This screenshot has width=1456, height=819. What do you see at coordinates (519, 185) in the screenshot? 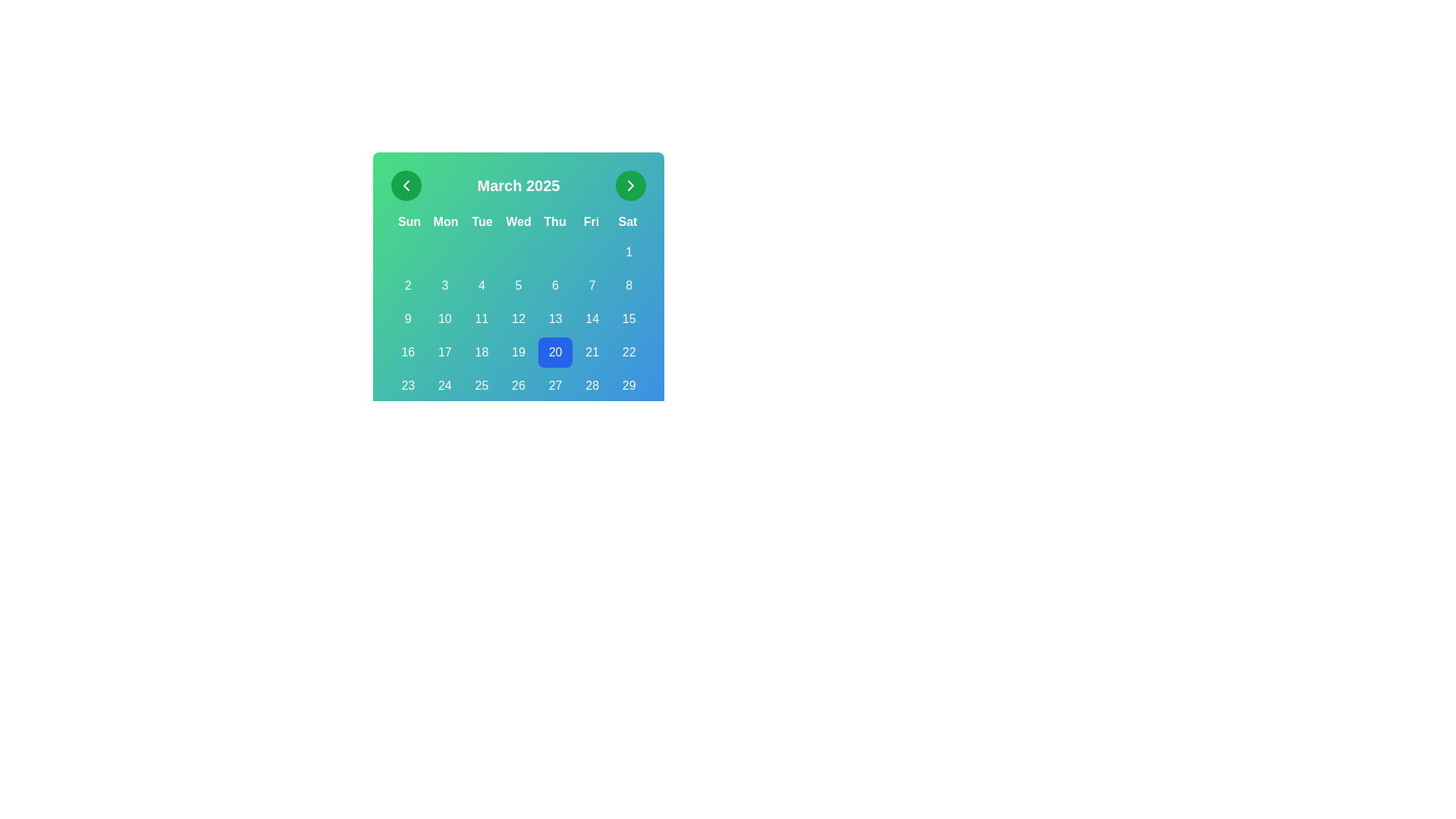
I see `displayed date information from the label showing the currently selected month and year in the central header section of the calendar` at bounding box center [519, 185].